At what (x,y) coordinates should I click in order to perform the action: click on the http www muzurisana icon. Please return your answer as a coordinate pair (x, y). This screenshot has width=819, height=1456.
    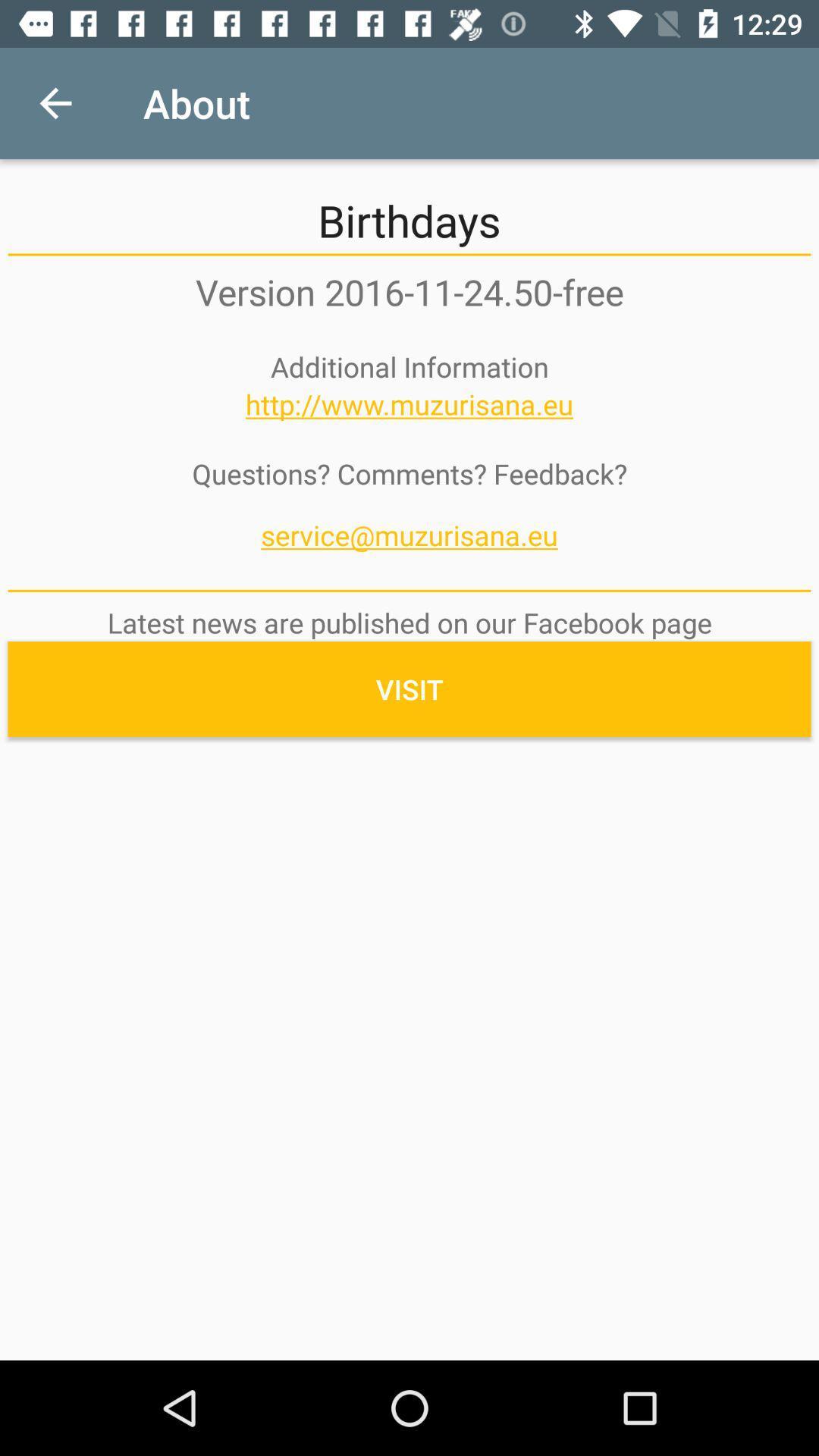
    Looking at the image, I should click on (409, 404).